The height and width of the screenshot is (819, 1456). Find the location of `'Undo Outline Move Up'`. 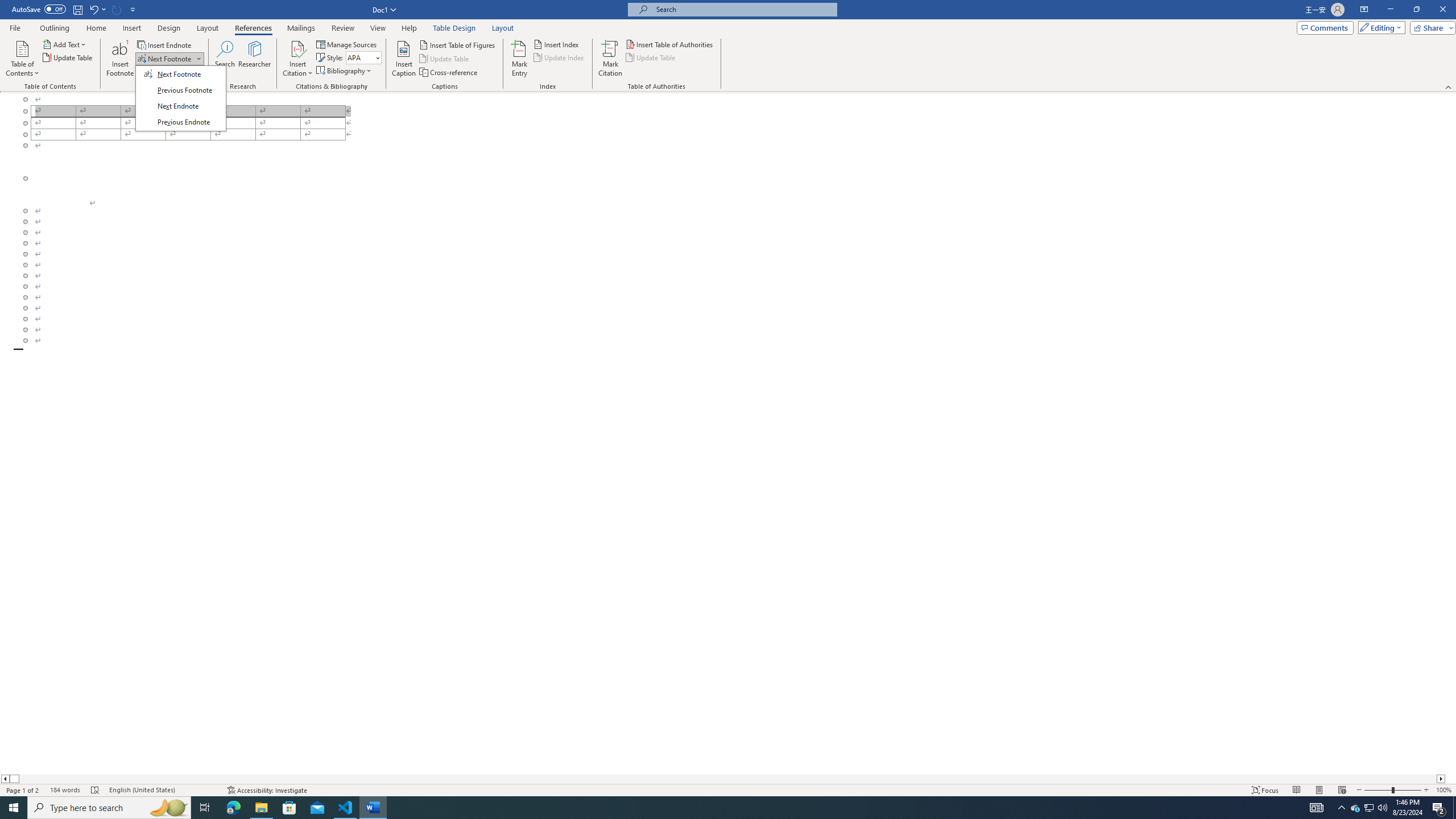

'Undo Outline Move Up' is located at coordinates (97, 9).